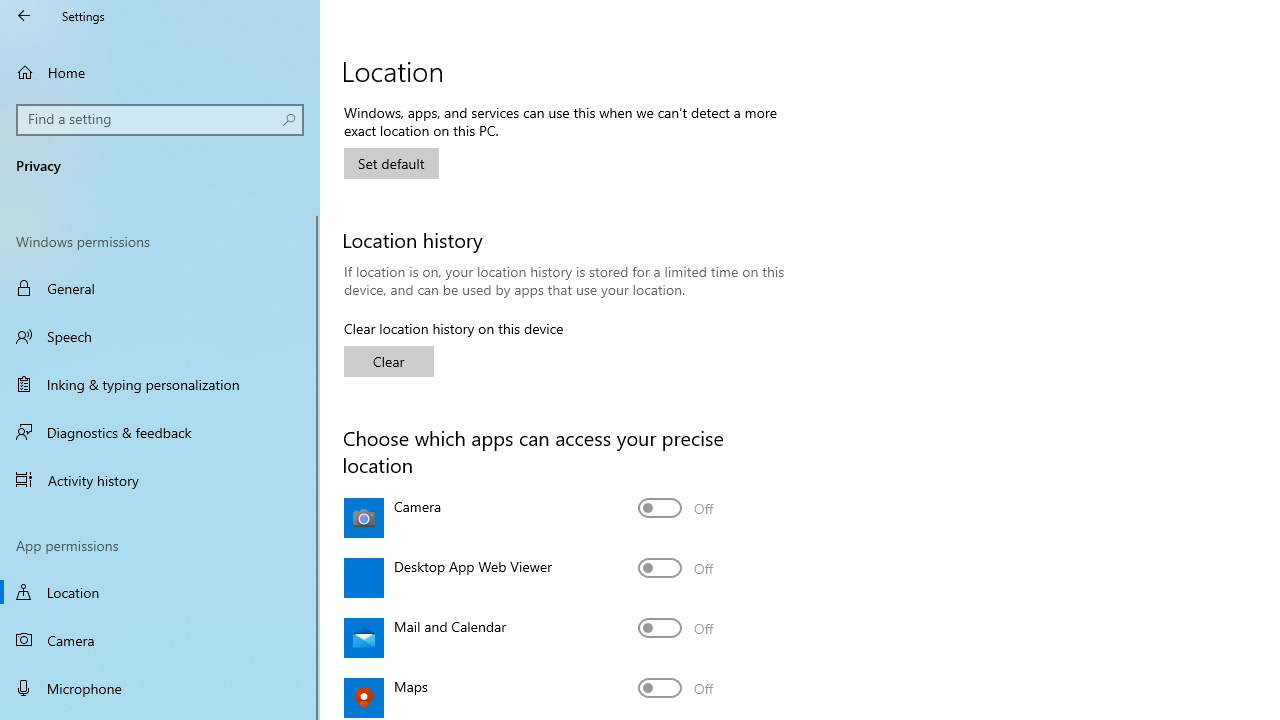 The image size is (1280, 720). What do you see at coordinates (160, 686) in the screenshot?
I see `'Microphone'` at bounding box center [160, 686].